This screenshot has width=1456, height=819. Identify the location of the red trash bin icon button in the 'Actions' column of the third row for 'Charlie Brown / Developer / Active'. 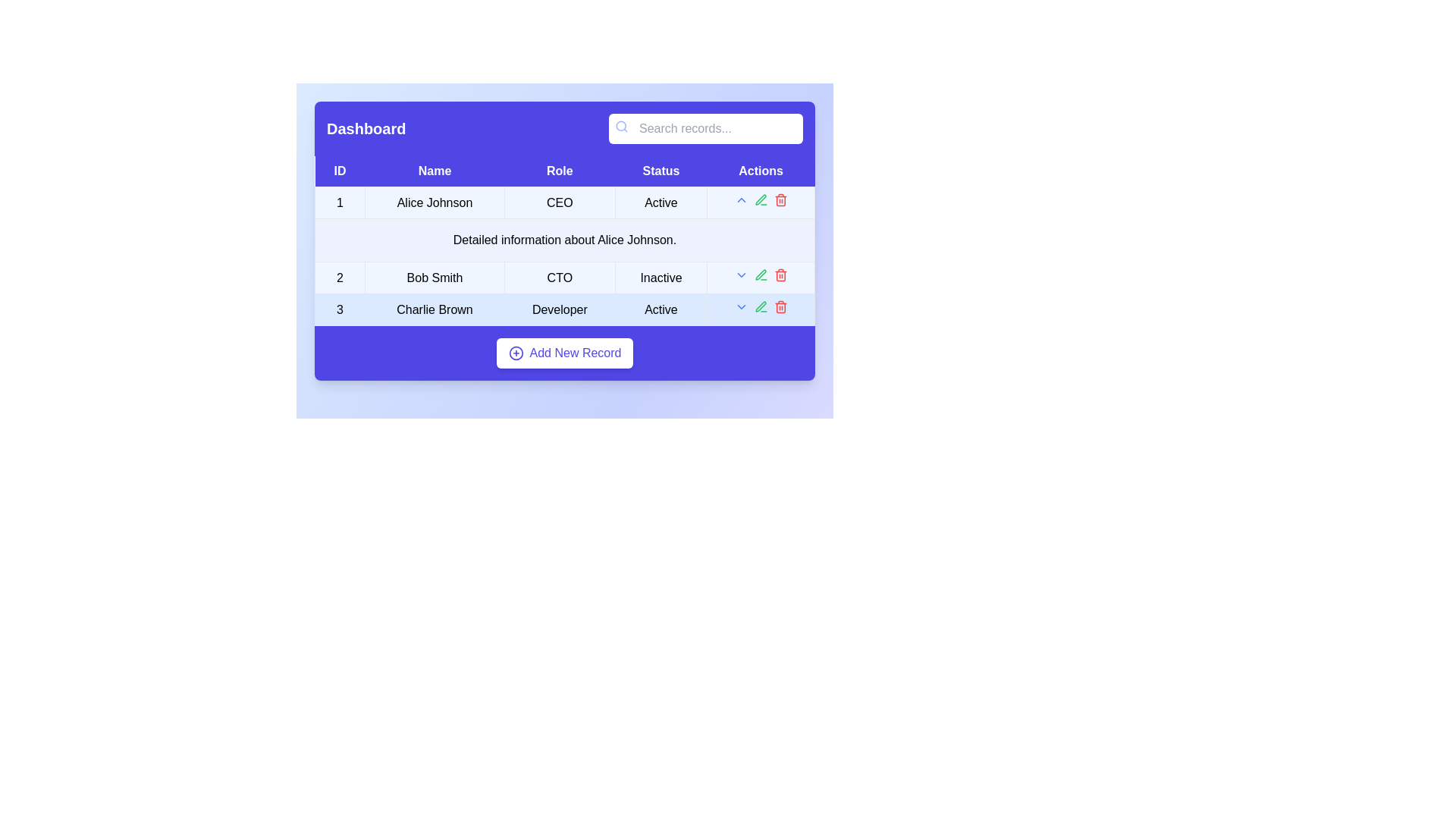
(780, 307).